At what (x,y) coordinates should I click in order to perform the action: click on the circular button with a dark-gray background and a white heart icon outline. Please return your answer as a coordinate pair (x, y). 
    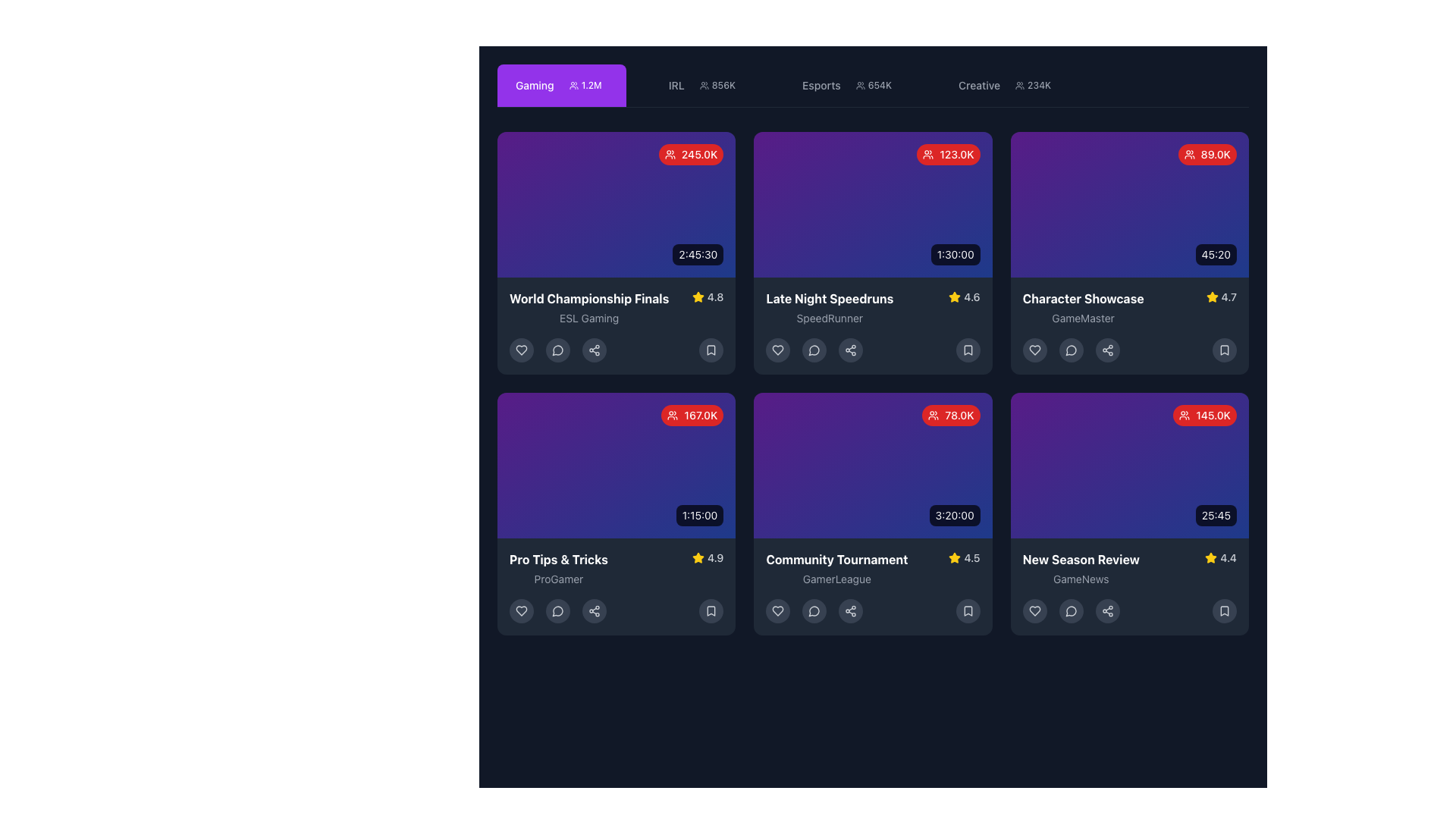
    Looking at the image, I should click on (521, 350).